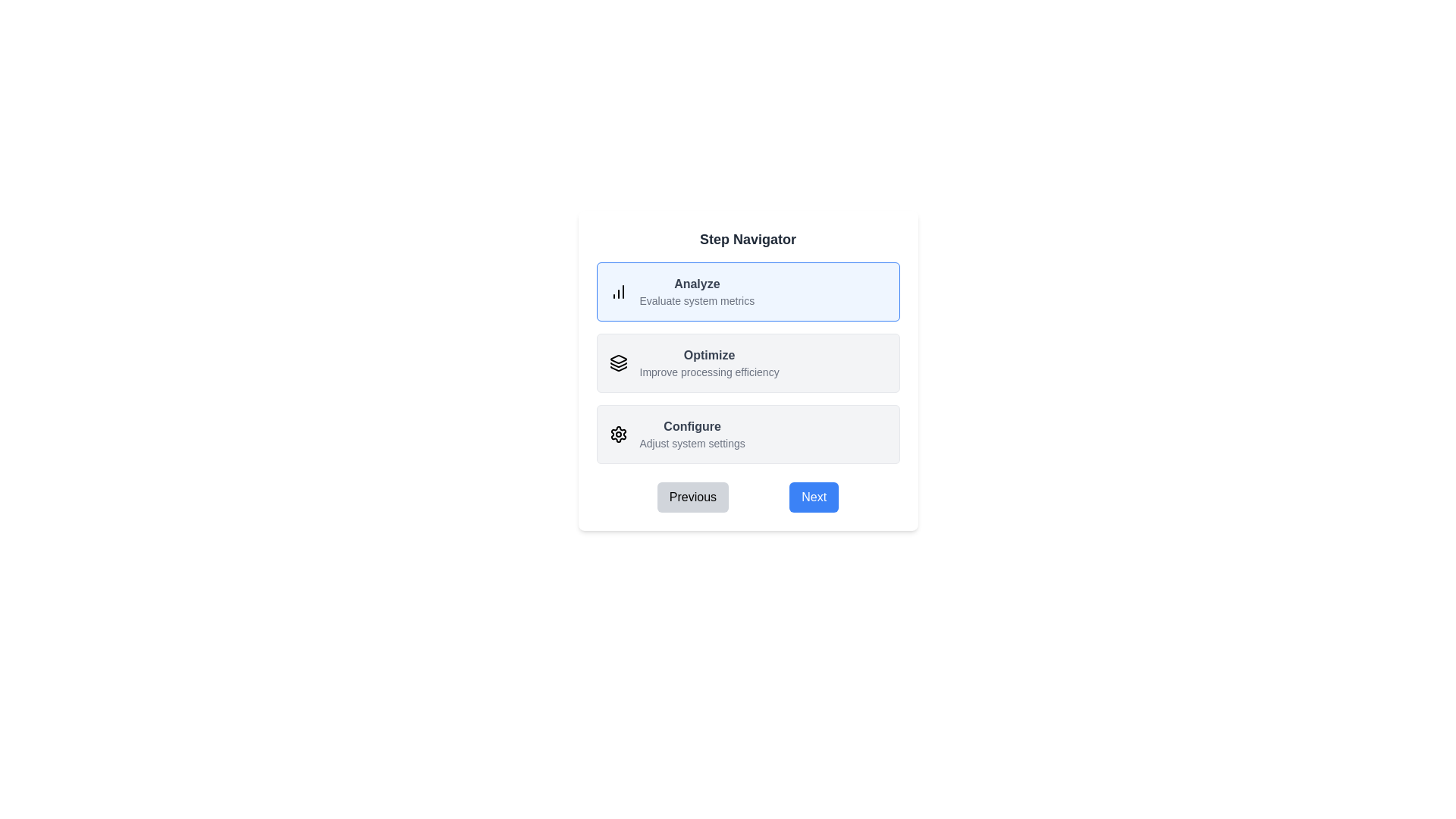  Describe the element at coordinates (748, 292) in the screenshot. I see `the topmost button labeled 'Analyze' with a light blue background` at that location.